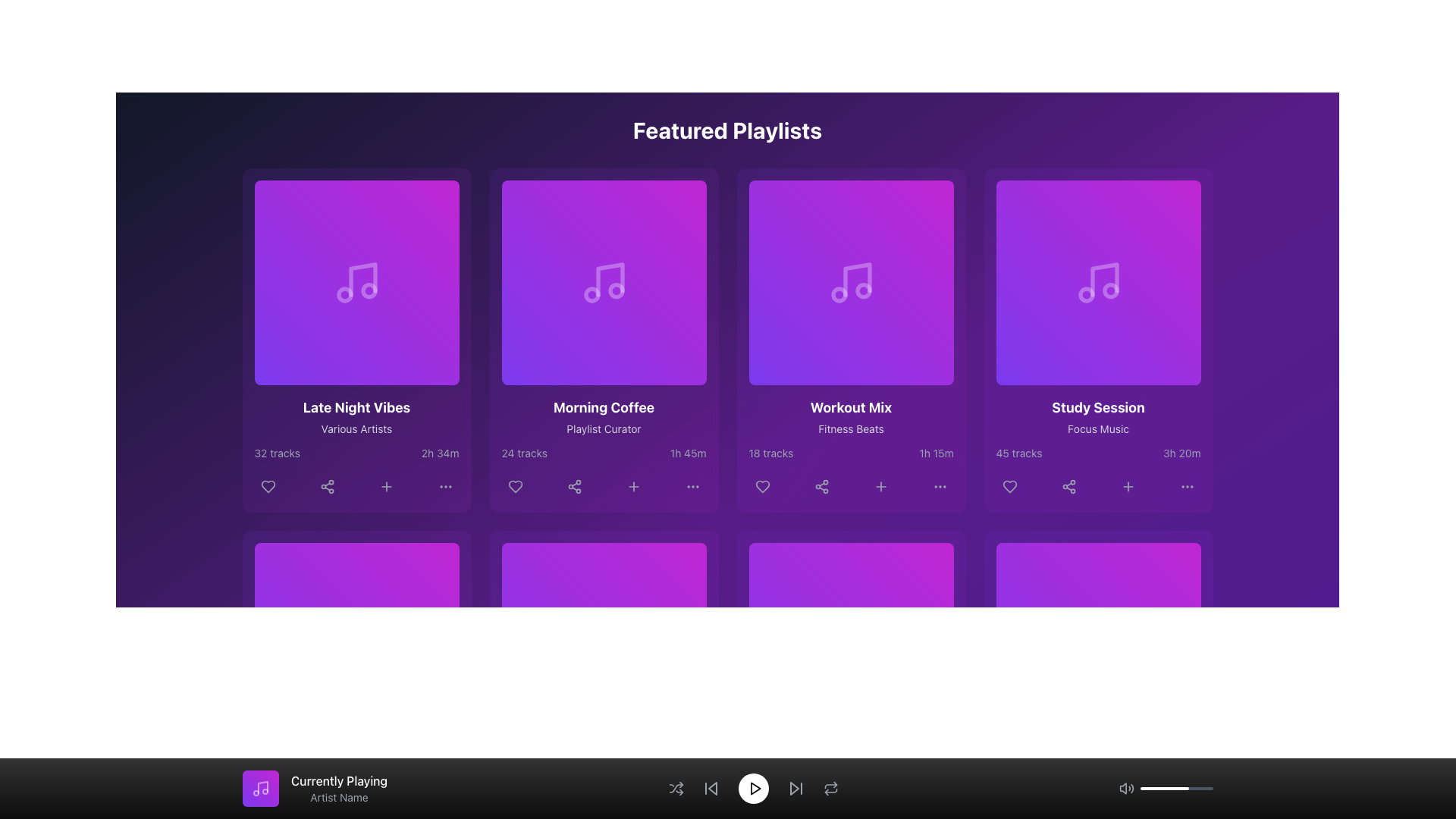 Image resolution: width=1456 pixels, height=819 pixels. Describe the element at coordinates (726, 130) in the screenshot. I see `text header located at the top of the section, which introduces the featured playlists below it to understand the section's purpose` at that location.